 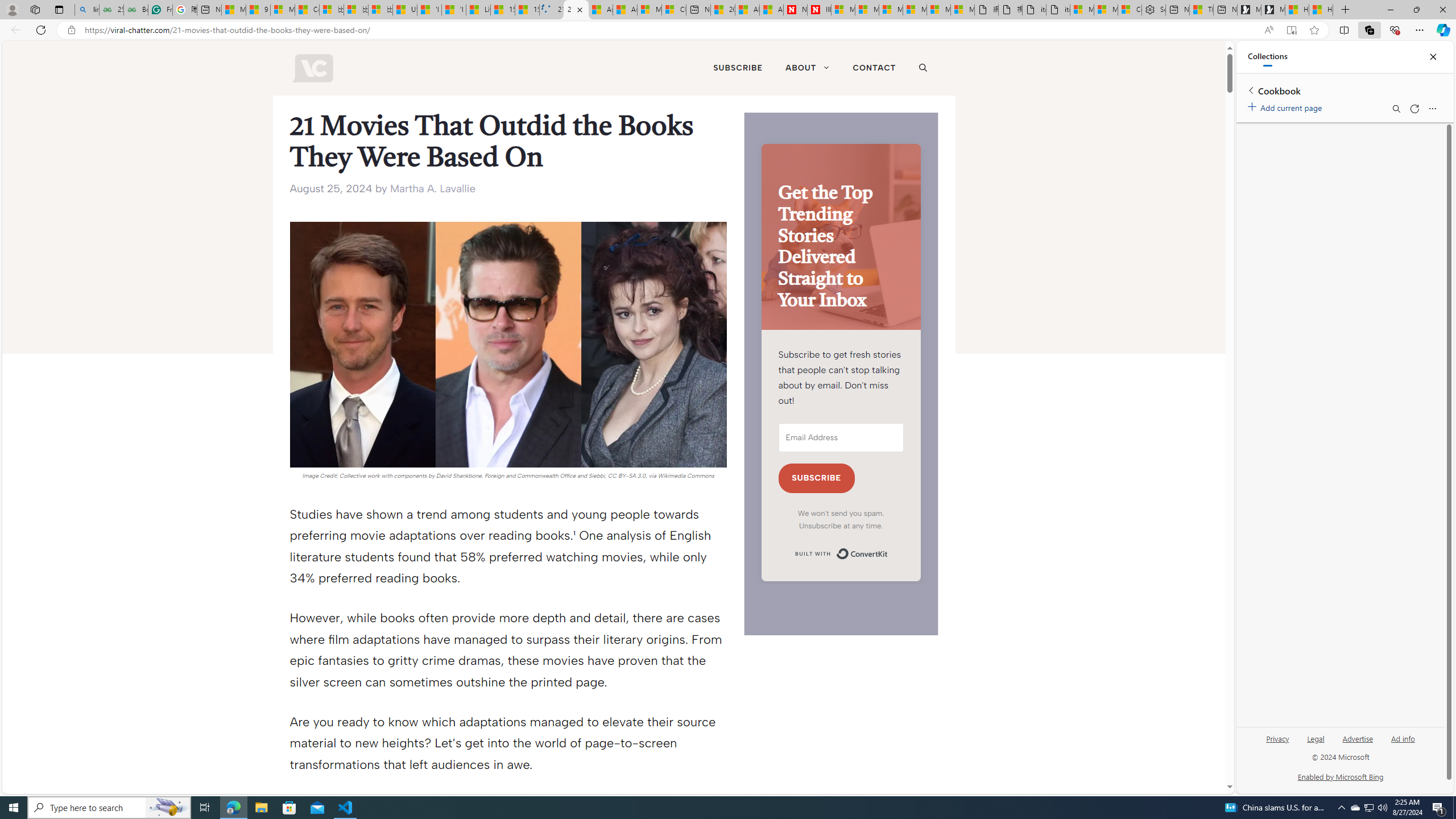 What do you see at coordinates (526, 9) in the screenshot?
I see `'15 Ways Modern Life Contradicts the Teachings of Jesus'` at bounding box center [526, 9].